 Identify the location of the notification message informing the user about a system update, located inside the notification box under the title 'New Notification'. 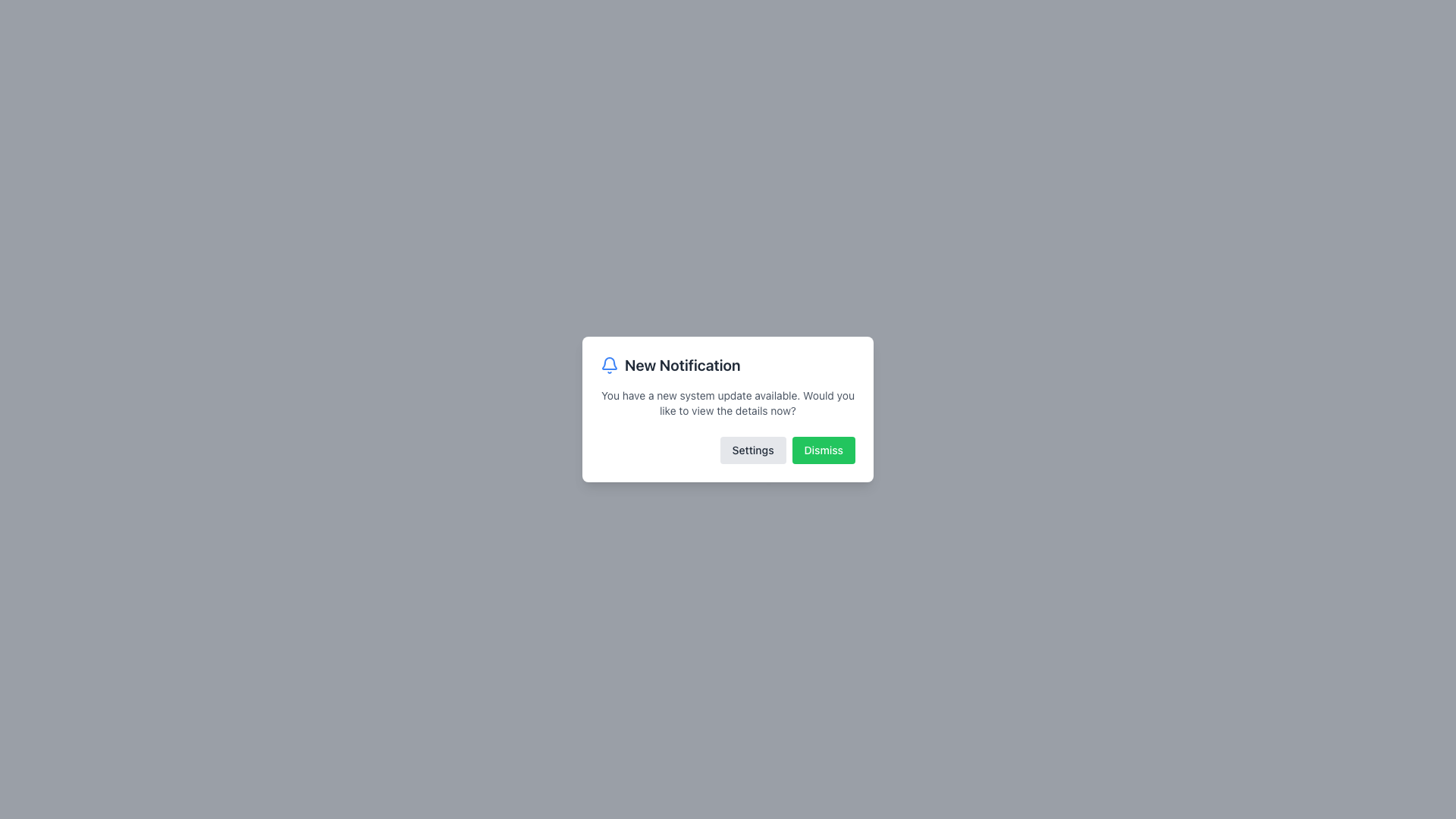
(728, 403).